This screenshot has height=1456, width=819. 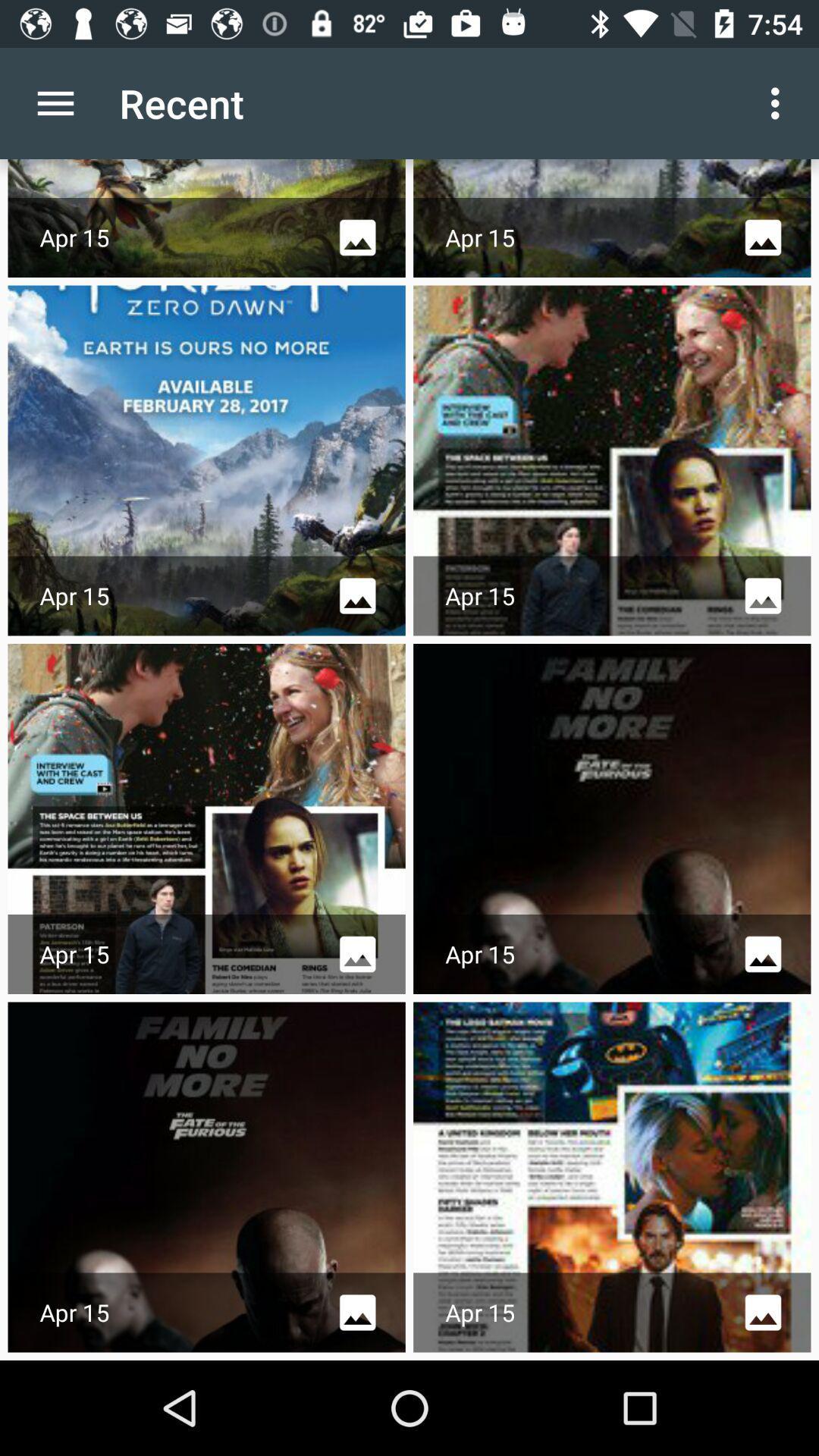 I want to click on icon next to recent icon, so click(x=55, y=102).